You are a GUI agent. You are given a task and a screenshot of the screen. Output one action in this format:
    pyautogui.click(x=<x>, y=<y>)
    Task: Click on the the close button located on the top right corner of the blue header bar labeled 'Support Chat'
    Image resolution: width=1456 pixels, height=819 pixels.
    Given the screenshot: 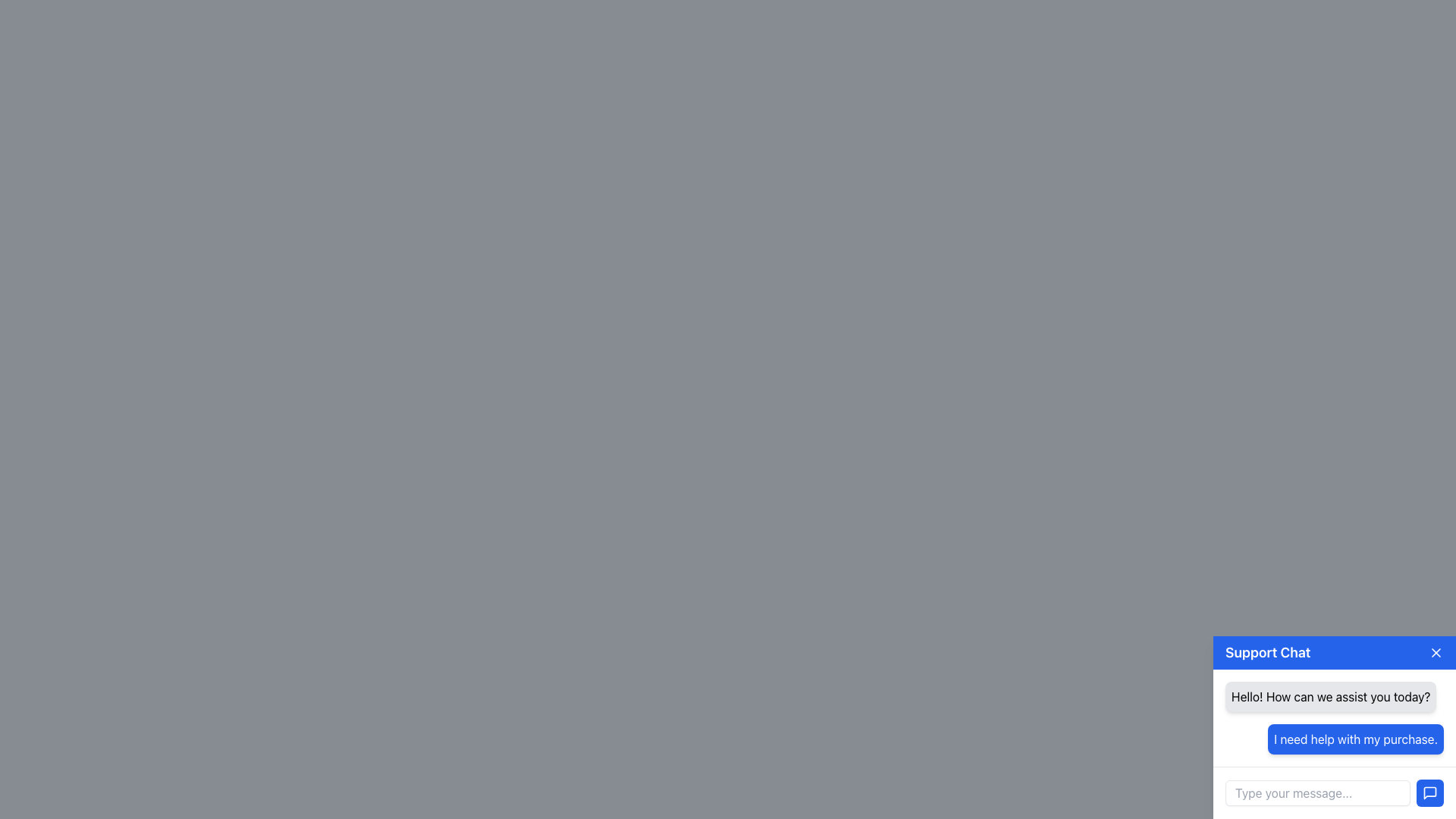 What is the action you would take?
    pyautogui.click(x=1436, y=651)
    